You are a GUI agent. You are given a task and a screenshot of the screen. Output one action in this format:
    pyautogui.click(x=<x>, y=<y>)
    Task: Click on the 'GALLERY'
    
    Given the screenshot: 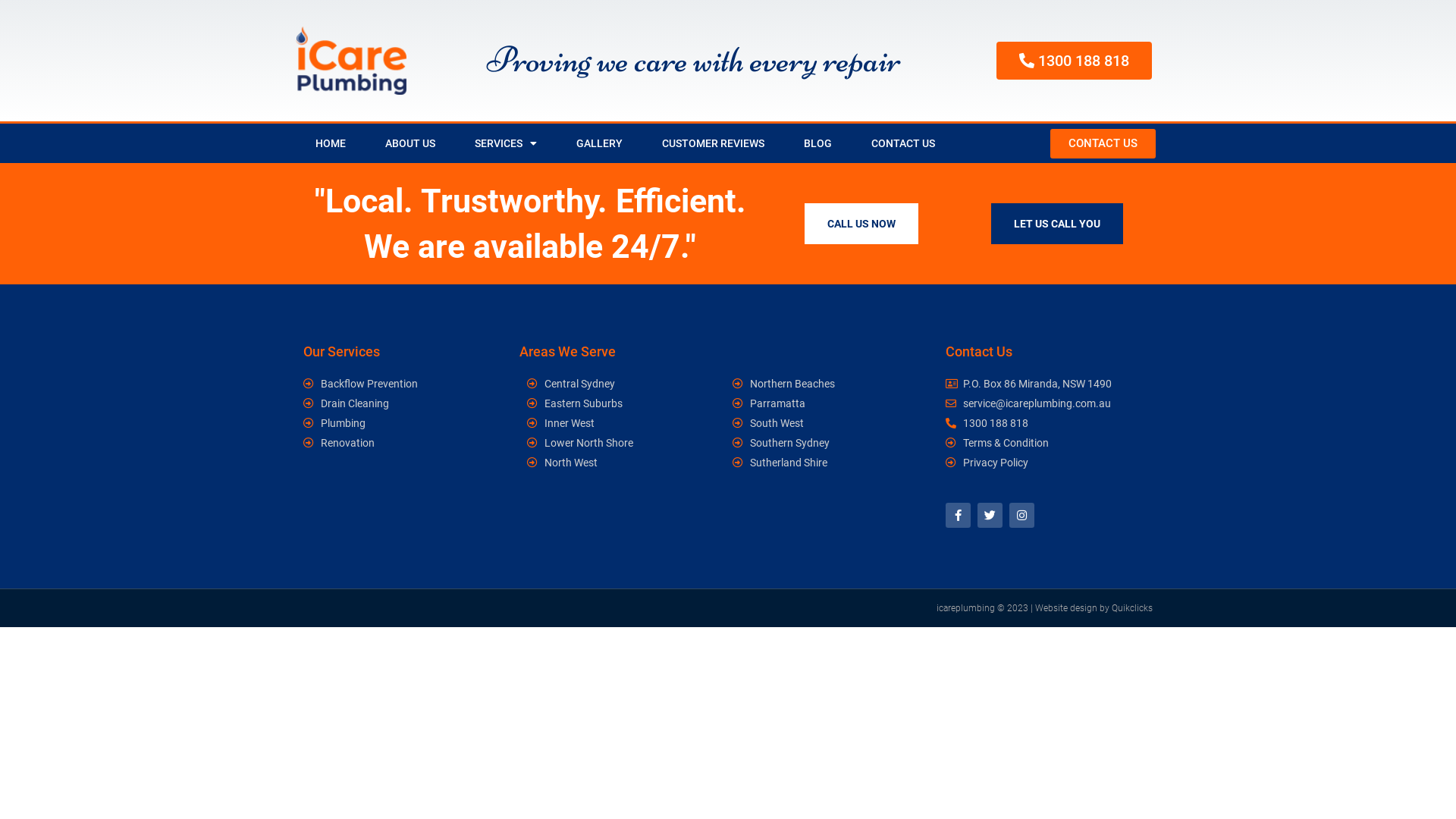 What is the action you would take?
    pyautogui.click(x=556, y=143)
    